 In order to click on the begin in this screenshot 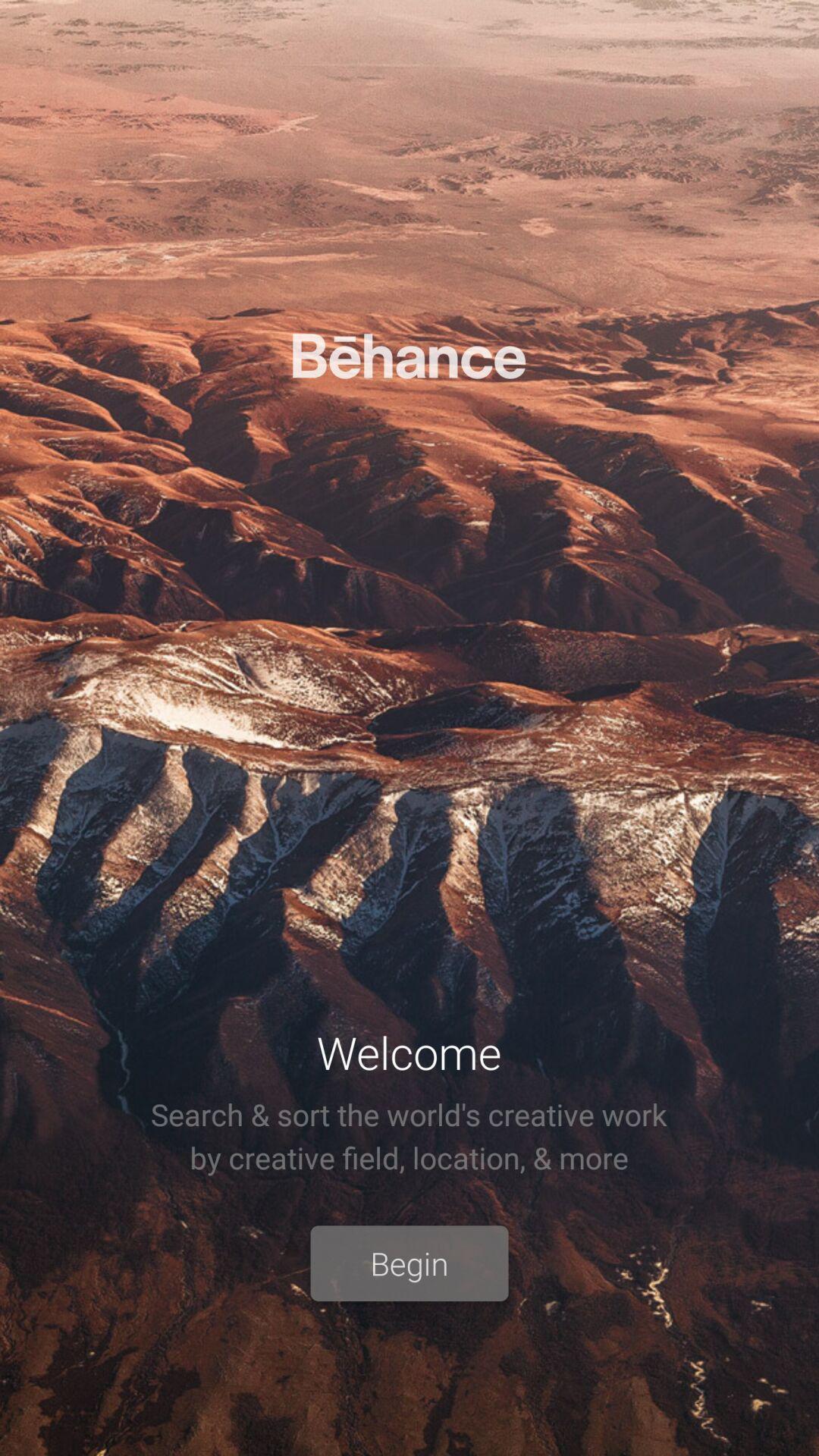, I will do `click(409, 1263)`.